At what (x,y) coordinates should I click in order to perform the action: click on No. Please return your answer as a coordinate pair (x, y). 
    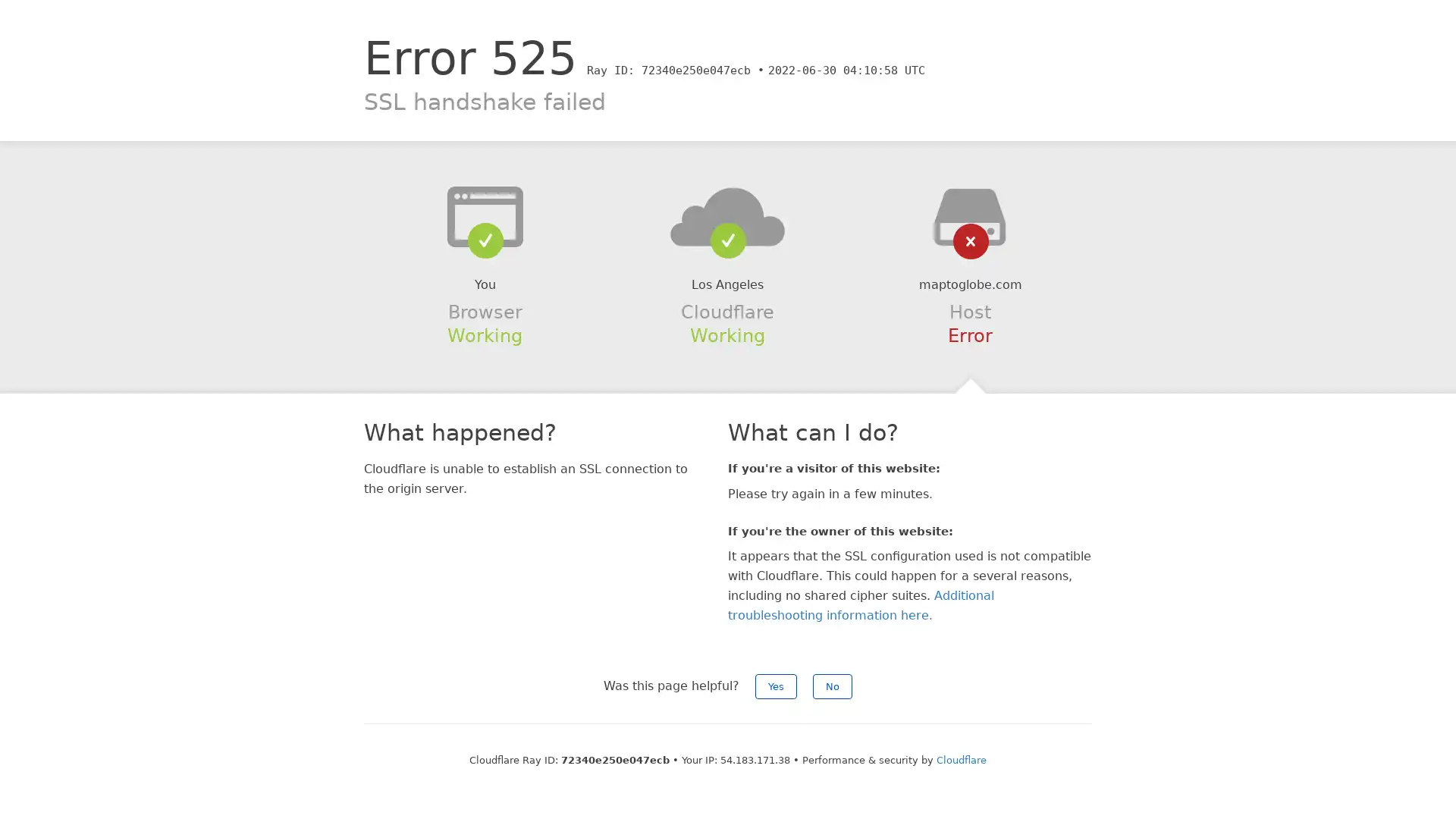
    Looking at the image, I should click on (832, 686).